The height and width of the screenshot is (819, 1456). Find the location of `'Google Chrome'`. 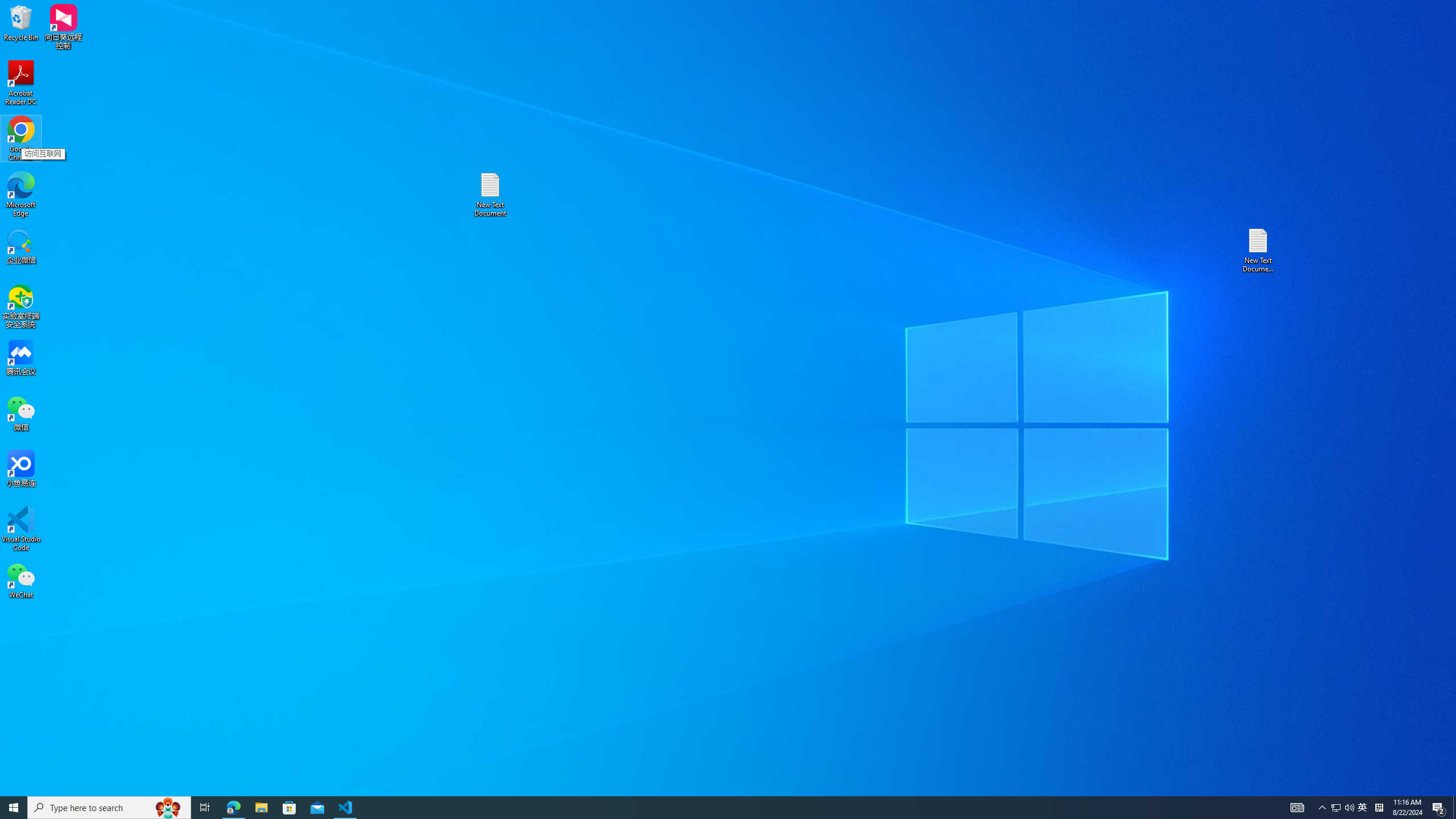

'Google Chrome' is located at coordinates (20, 139).